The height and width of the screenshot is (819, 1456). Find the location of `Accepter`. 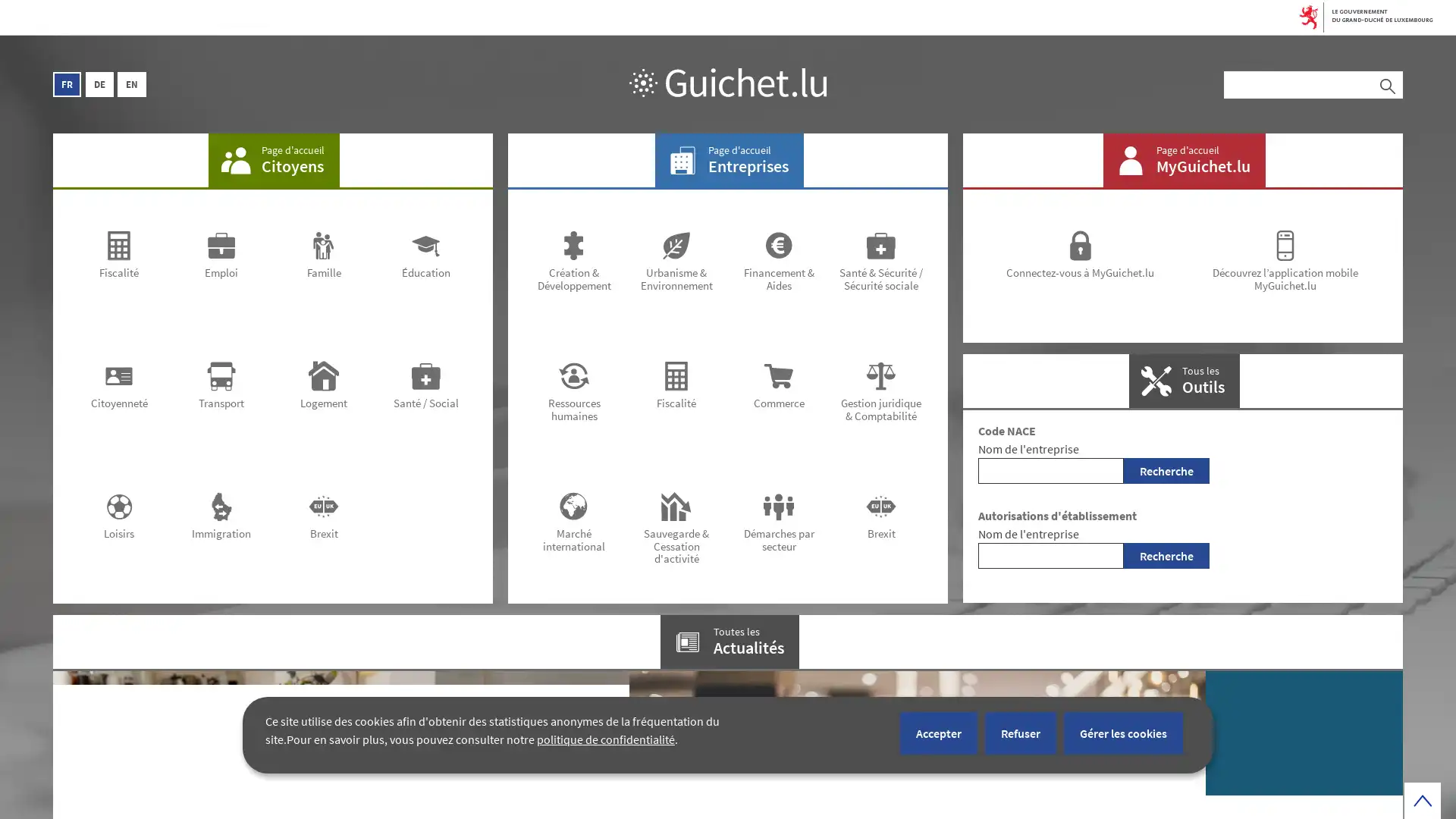

Accepter is located at coordinates (938, 733).